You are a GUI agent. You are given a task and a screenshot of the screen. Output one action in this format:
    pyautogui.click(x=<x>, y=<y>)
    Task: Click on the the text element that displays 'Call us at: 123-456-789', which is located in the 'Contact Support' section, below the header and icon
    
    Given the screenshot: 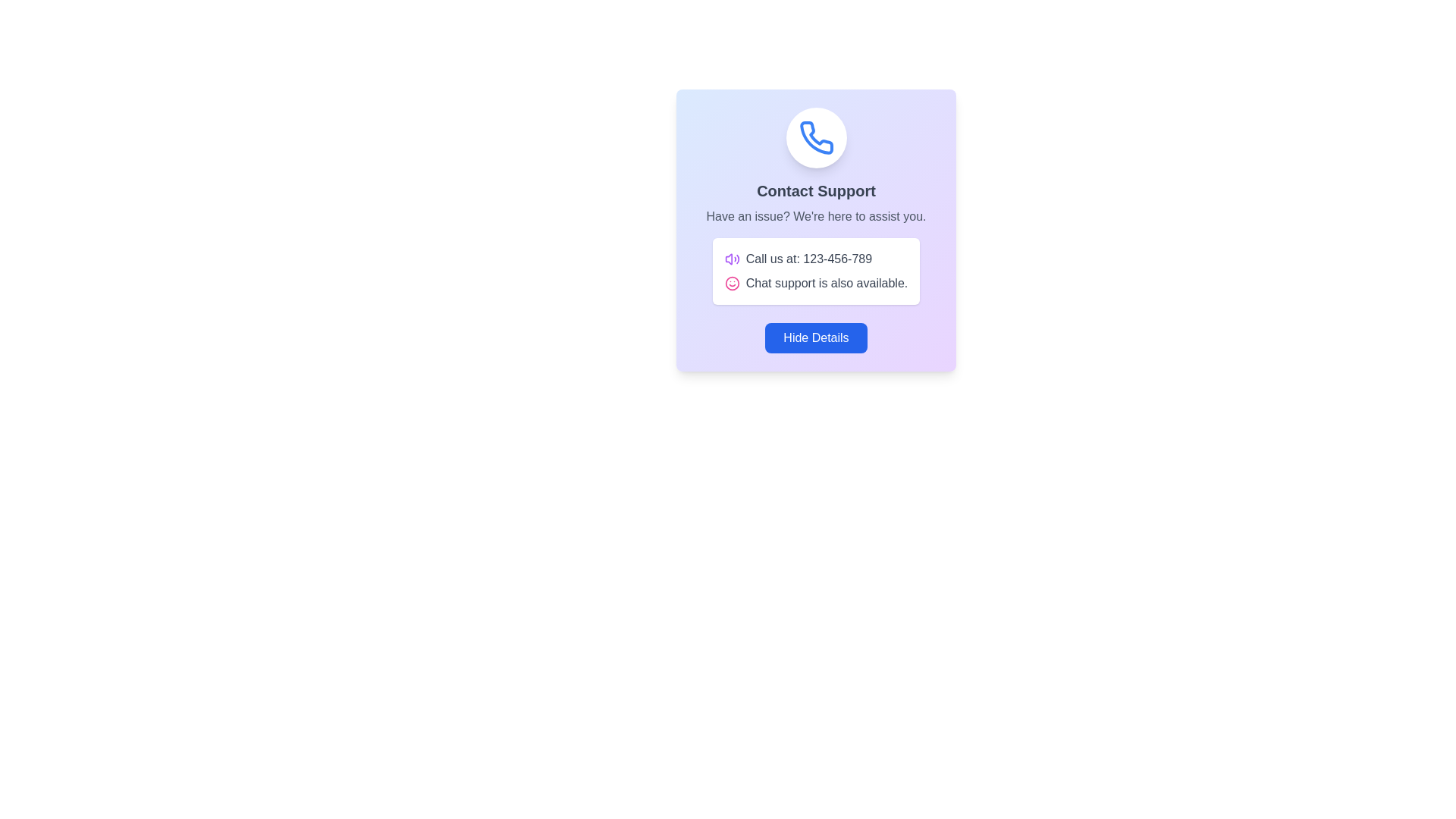 What is the action you would take?
    pyautogui.click(x=808, y=259)
    